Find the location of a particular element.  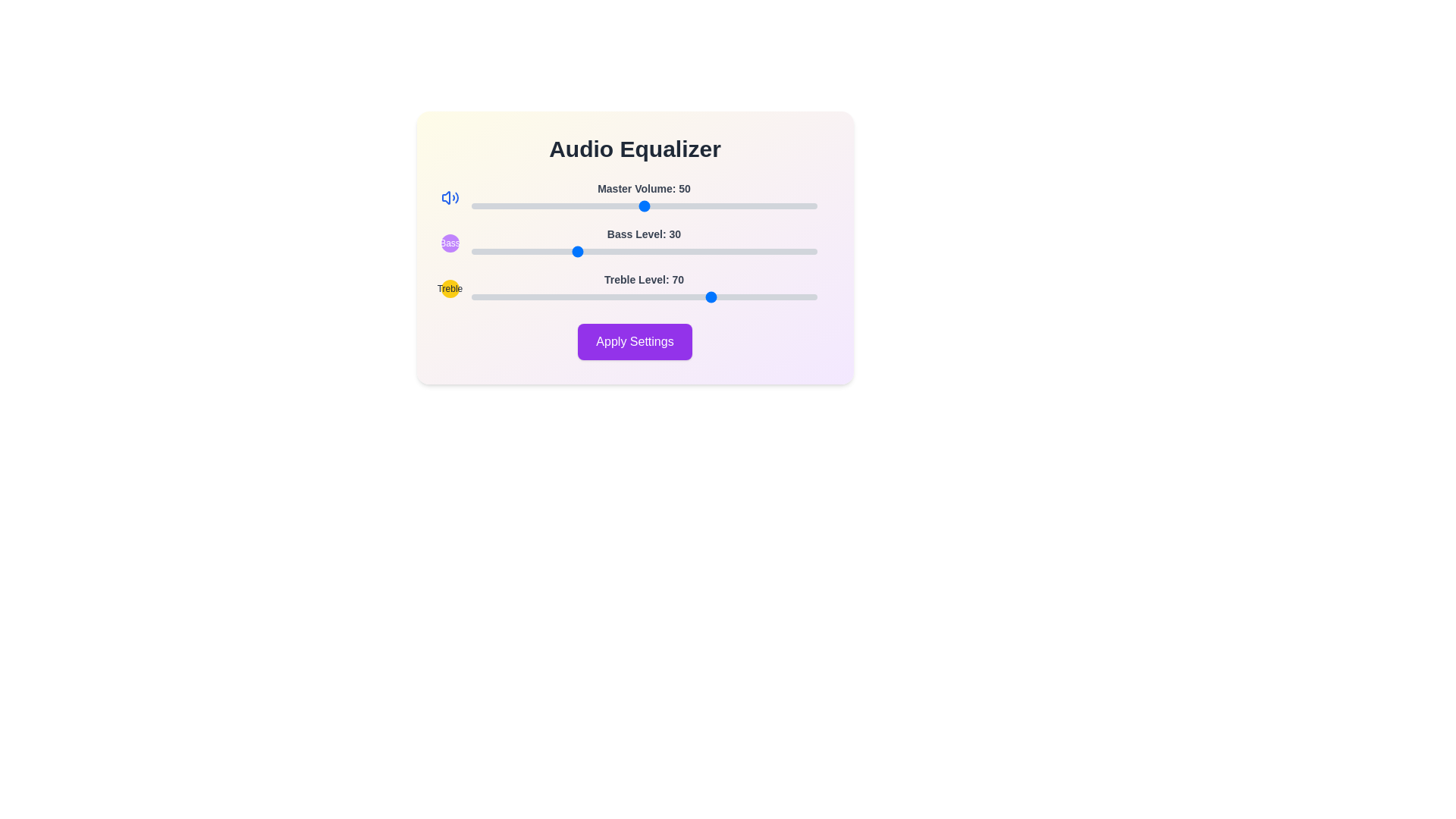

the slider control for adjusting the treble level, labeled 'Treble Level: 70', located in the third control section under the 'Audio Equalizer' header is located at coordinates (635, 289).